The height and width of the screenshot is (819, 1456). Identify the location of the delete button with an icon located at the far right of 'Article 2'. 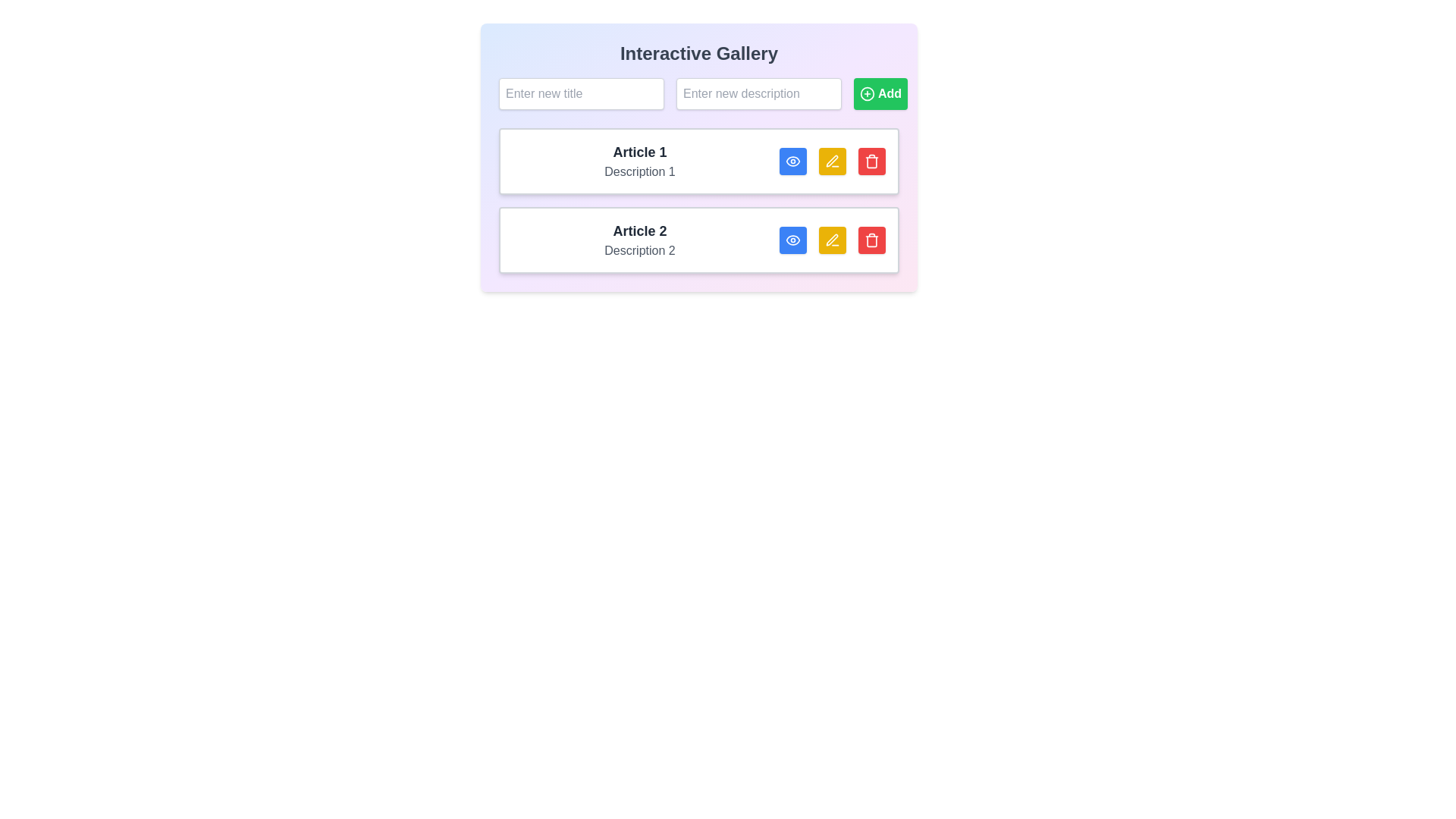
(872, 239).